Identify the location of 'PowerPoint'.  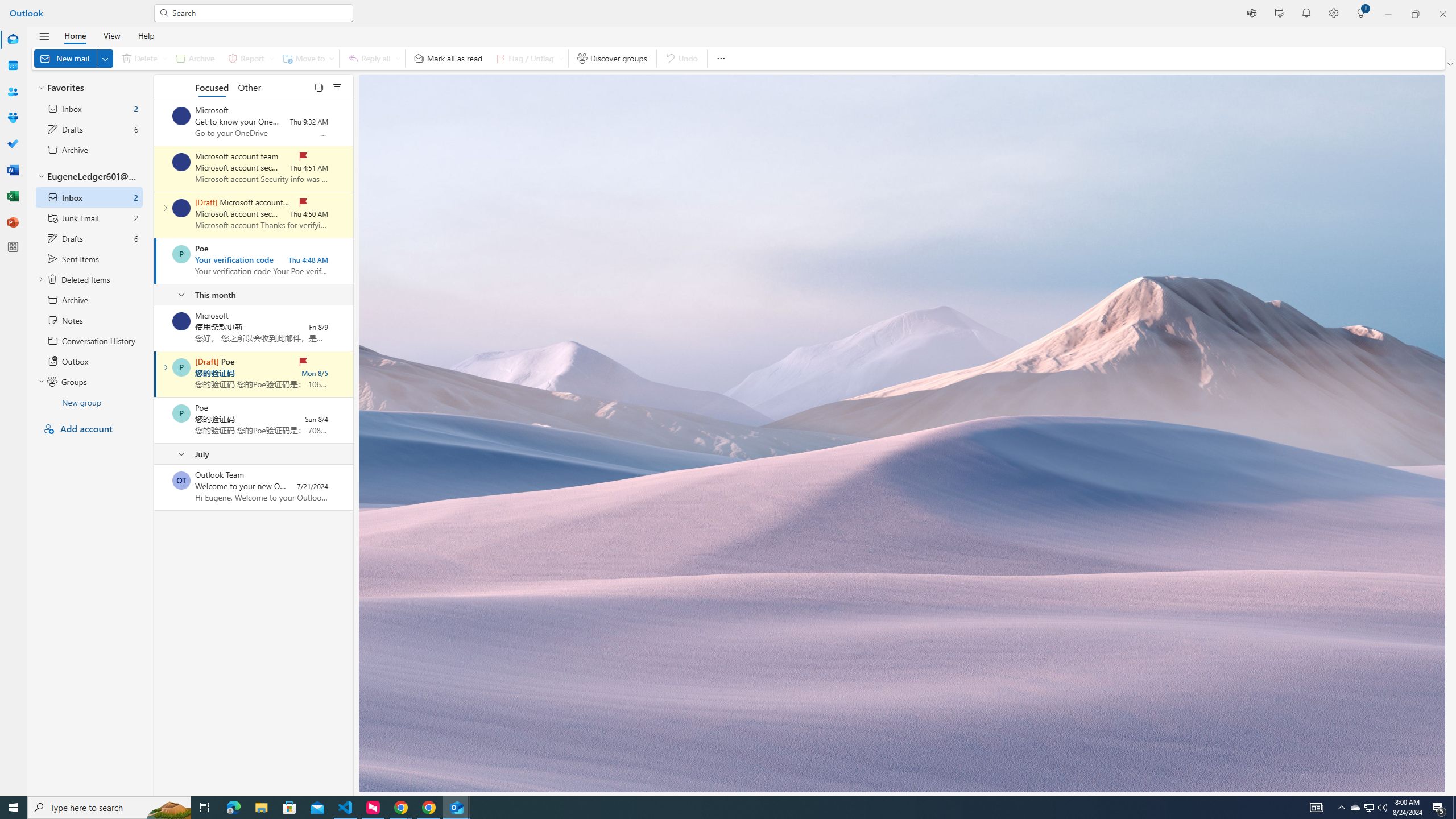
(13, 222).